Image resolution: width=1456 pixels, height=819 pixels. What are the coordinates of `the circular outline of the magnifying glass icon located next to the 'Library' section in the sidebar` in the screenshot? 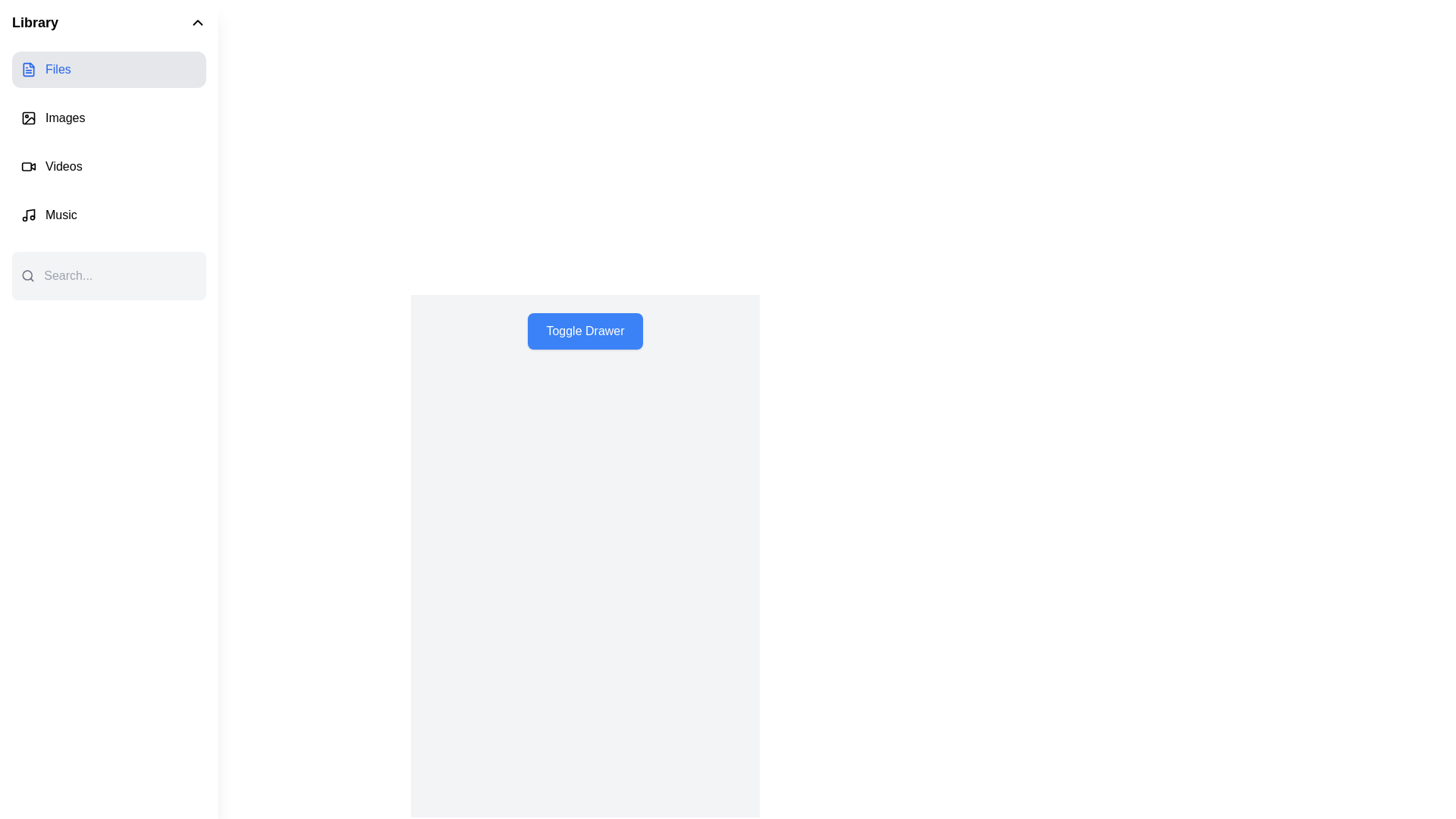 It's located at (27, 275).